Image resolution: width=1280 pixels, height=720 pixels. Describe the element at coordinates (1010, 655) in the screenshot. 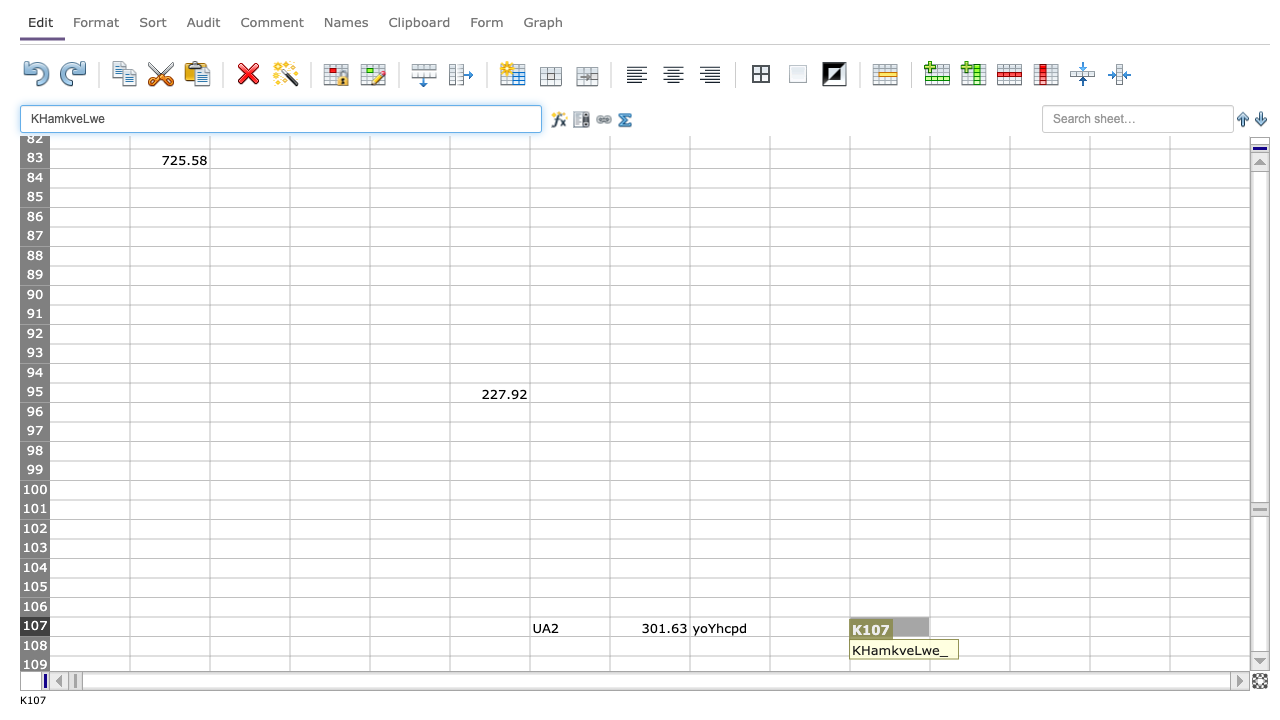

I see `fill handle point of L108` at that location.